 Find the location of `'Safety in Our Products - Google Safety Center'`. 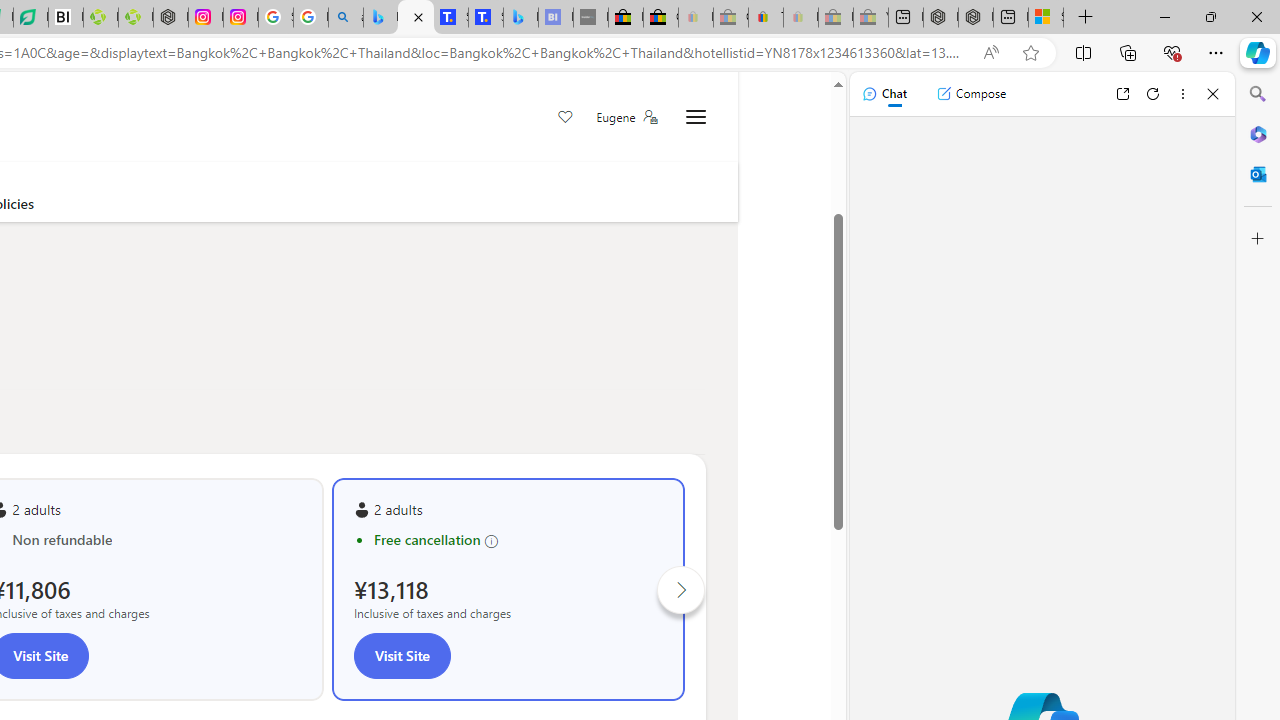

'Safety in Our Products - Google Safety Center' is located at coordinates (274, 17).